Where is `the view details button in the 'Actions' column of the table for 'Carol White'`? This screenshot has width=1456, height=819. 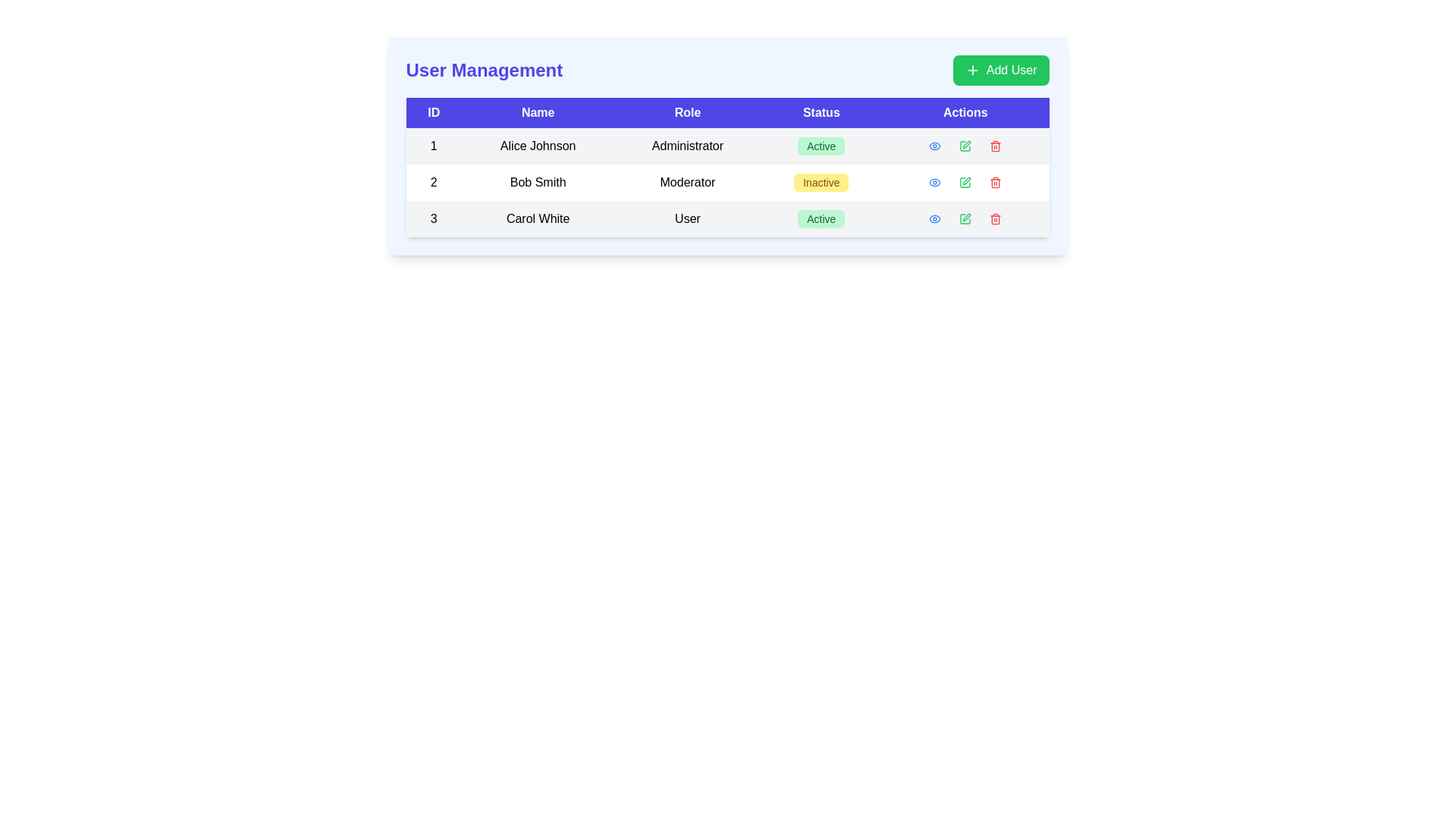 the view details button in the 'Actions' column of the table for 'Carol White' is located at coordinates (934, 219).